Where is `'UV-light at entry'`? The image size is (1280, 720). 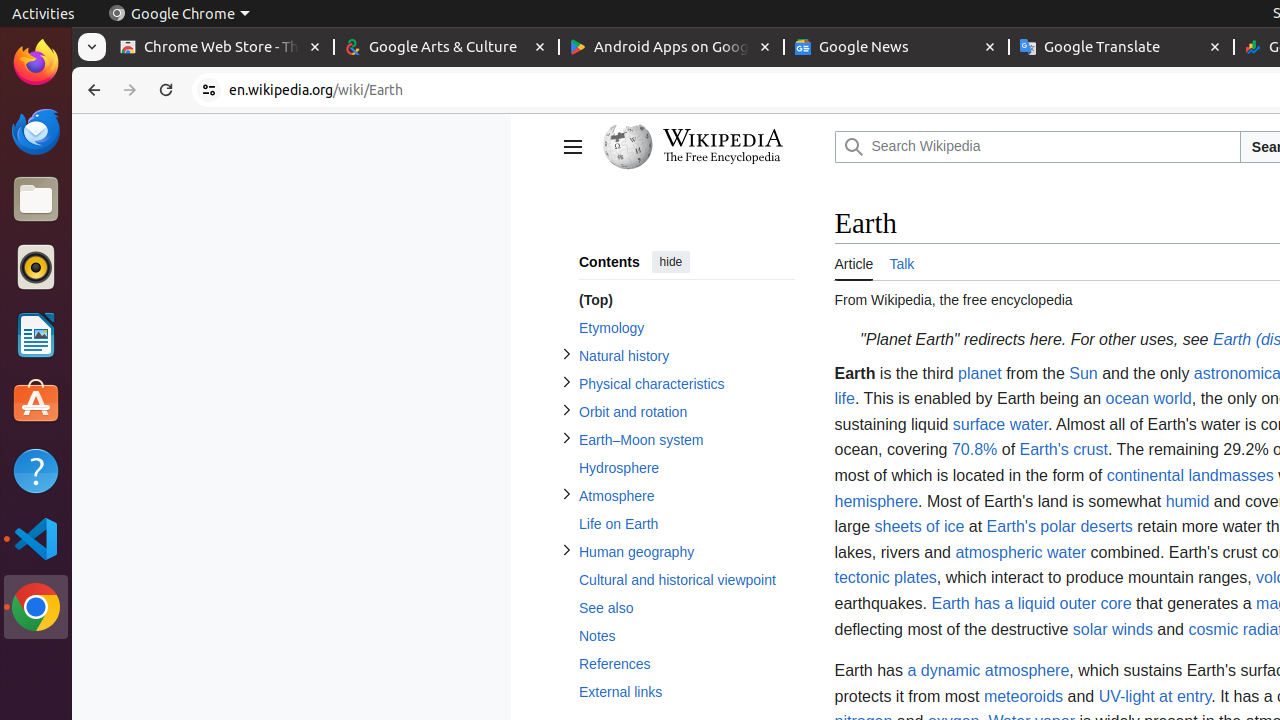 'UV-light at entry' is located at coordinates (1154, 695).